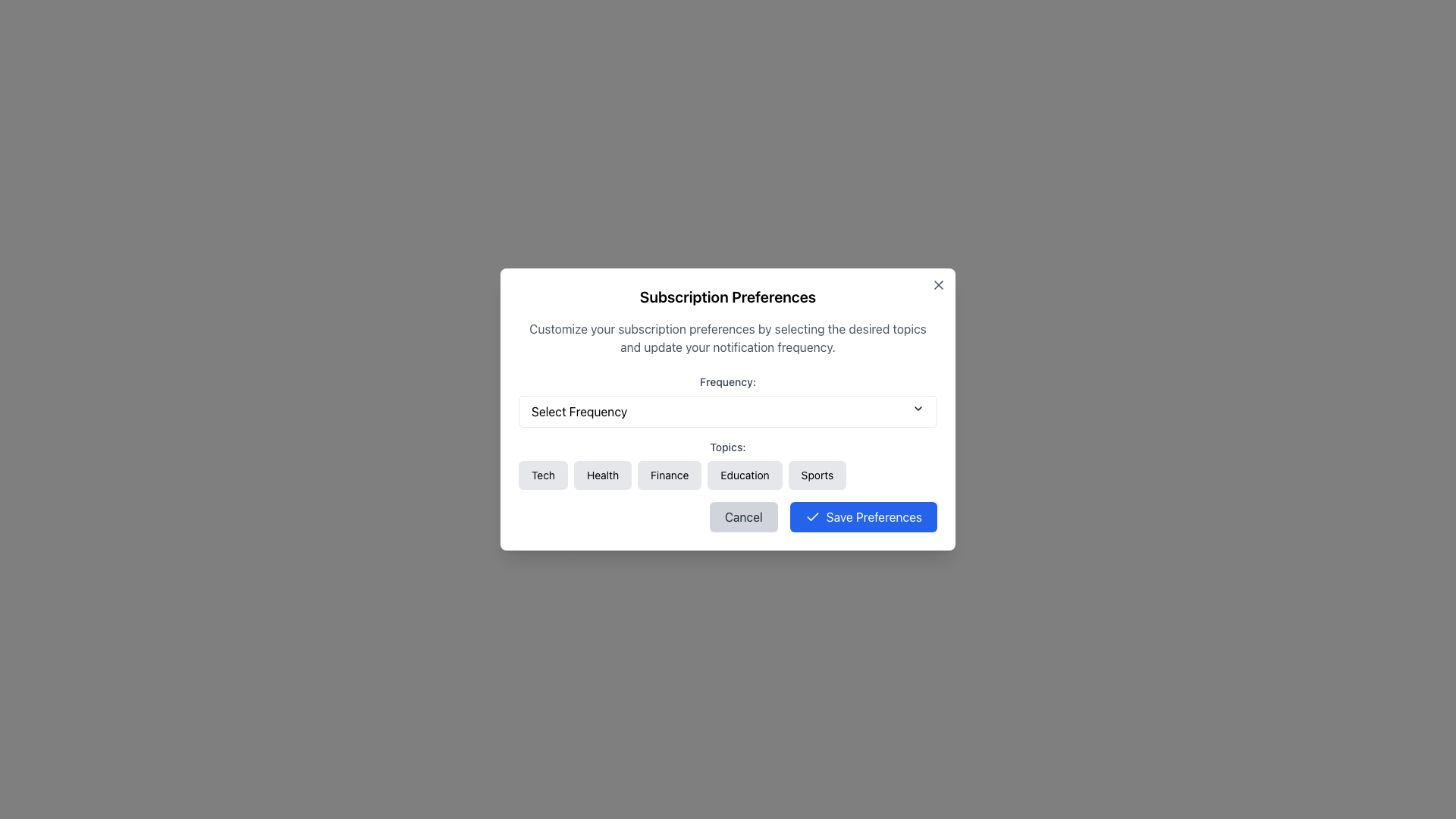 The image size is (1456, 819). I want to click on static text paragraph located below the title 'Subscription Preferences' in the modal dialog box to understand the instructions for customizing subscription preferences, so click(728, 337).